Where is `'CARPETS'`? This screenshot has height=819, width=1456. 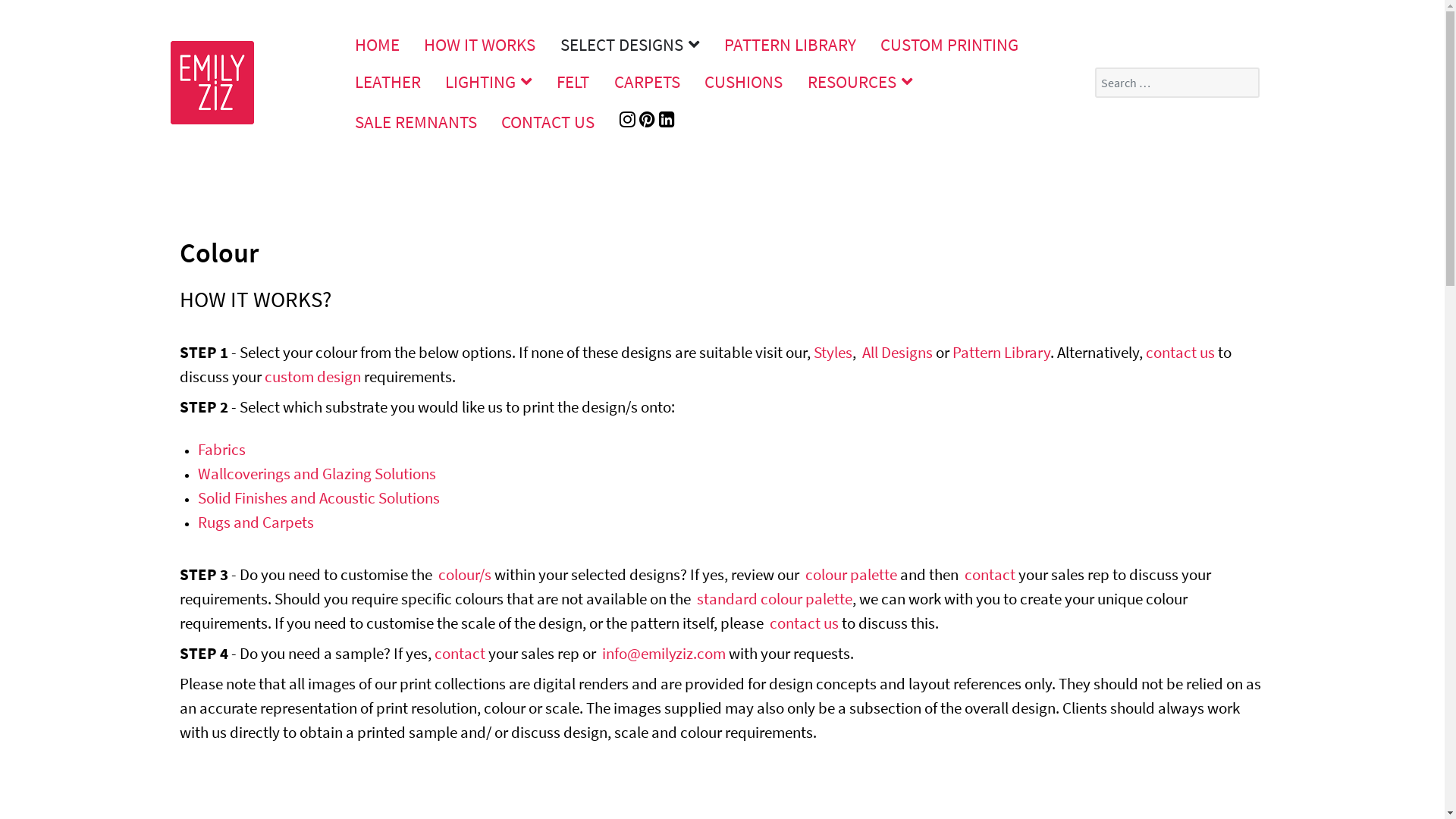
'CARPETS' is located at coordinates (647, 81).